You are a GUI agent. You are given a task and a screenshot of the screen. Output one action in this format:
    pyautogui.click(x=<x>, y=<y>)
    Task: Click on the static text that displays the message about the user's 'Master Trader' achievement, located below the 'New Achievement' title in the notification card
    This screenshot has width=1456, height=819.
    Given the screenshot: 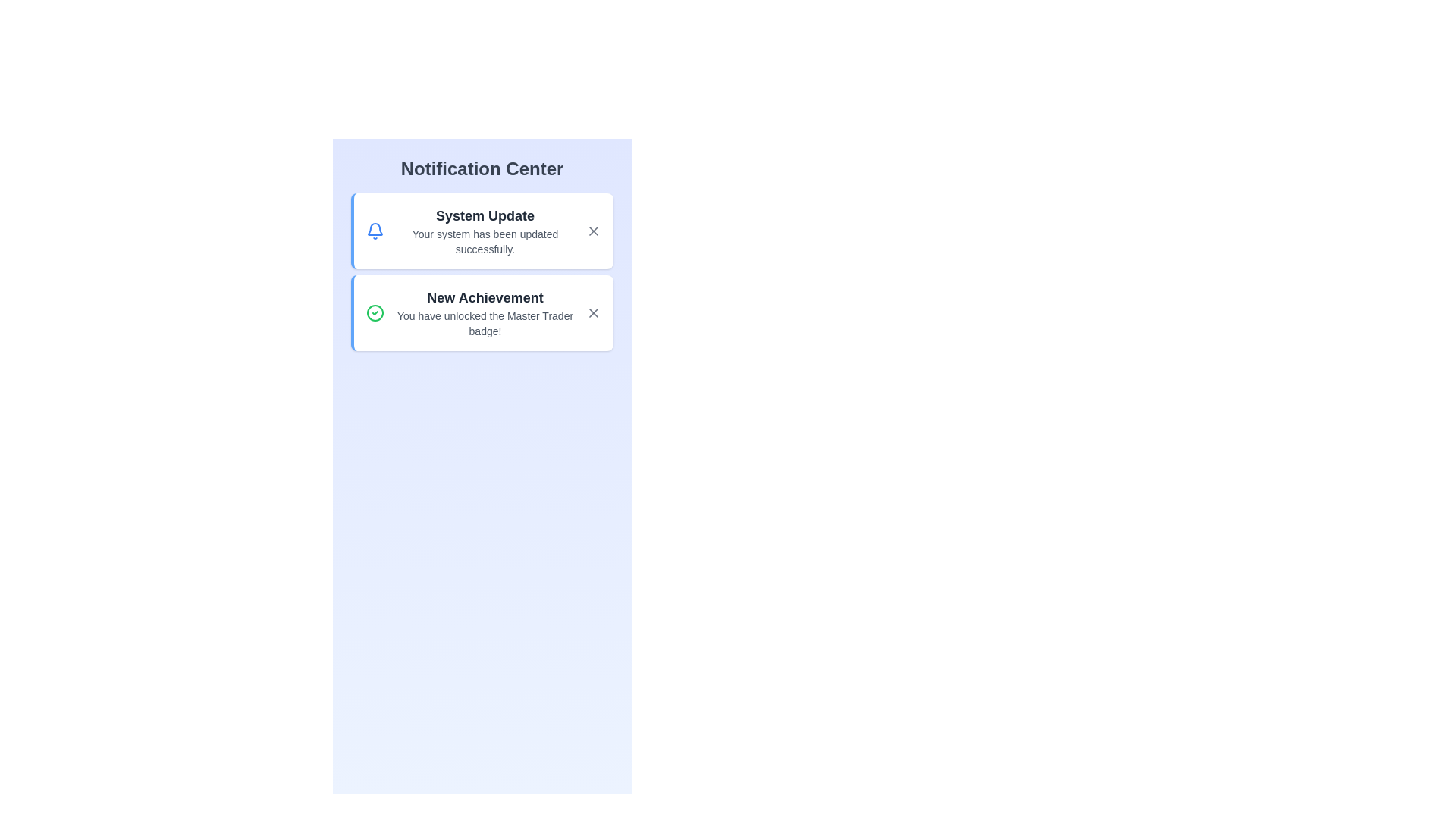 What is the action you would take?
    pyautogui.click(x=484, y=323)
    